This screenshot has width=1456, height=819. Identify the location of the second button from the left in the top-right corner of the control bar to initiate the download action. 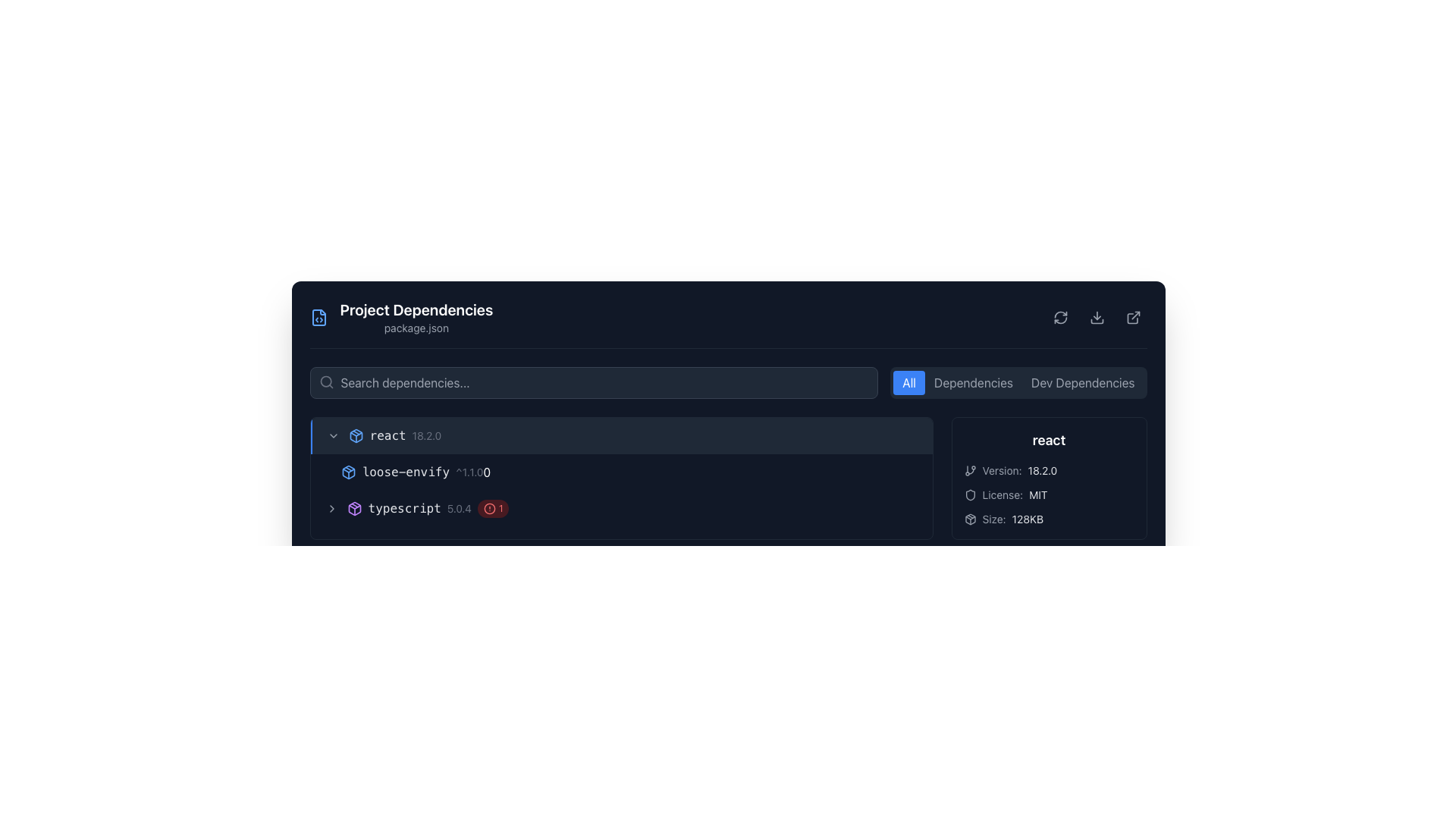
(1097, 317).